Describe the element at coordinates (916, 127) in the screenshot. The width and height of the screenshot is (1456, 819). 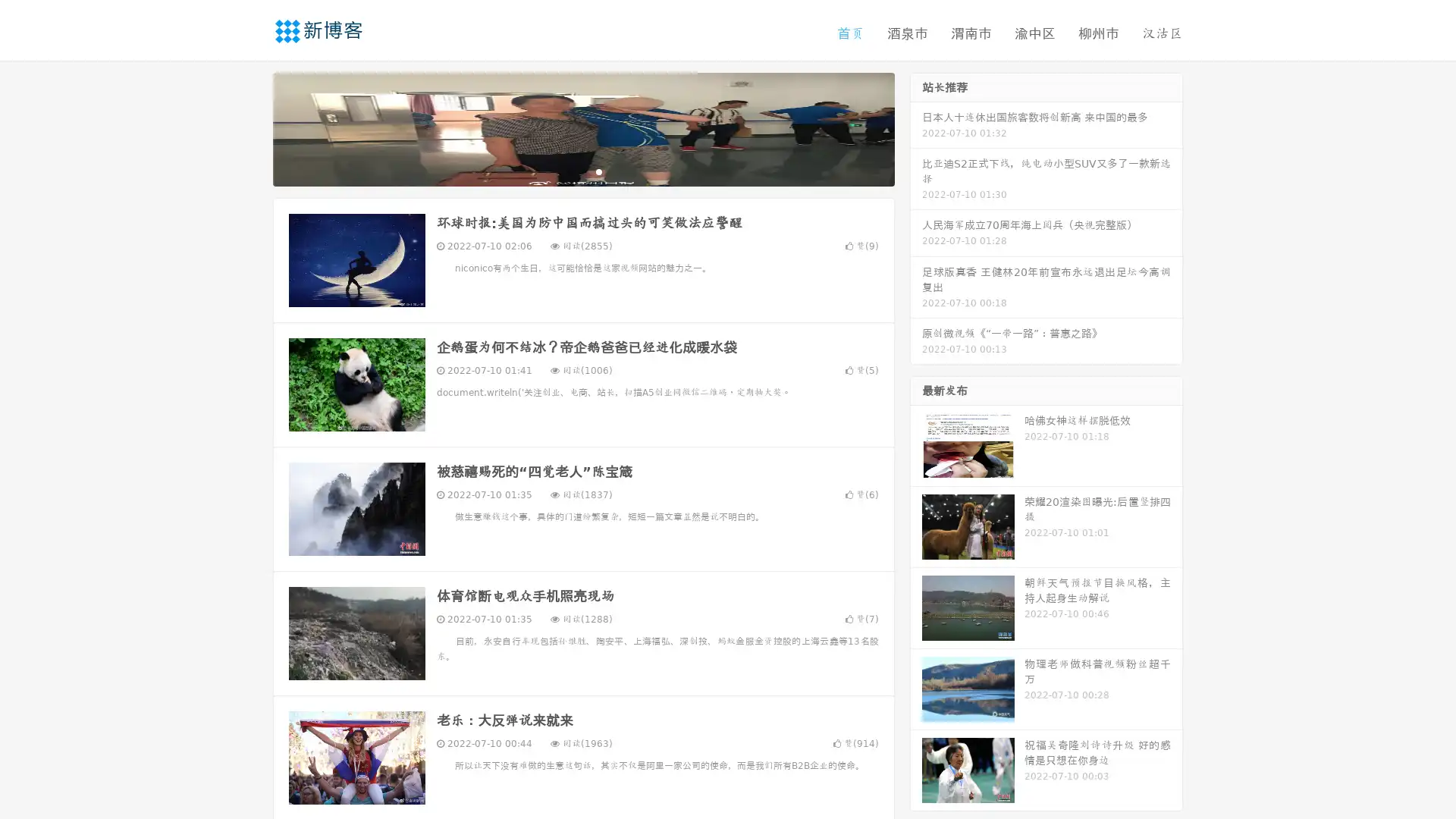
I see `Next slide` at that location.